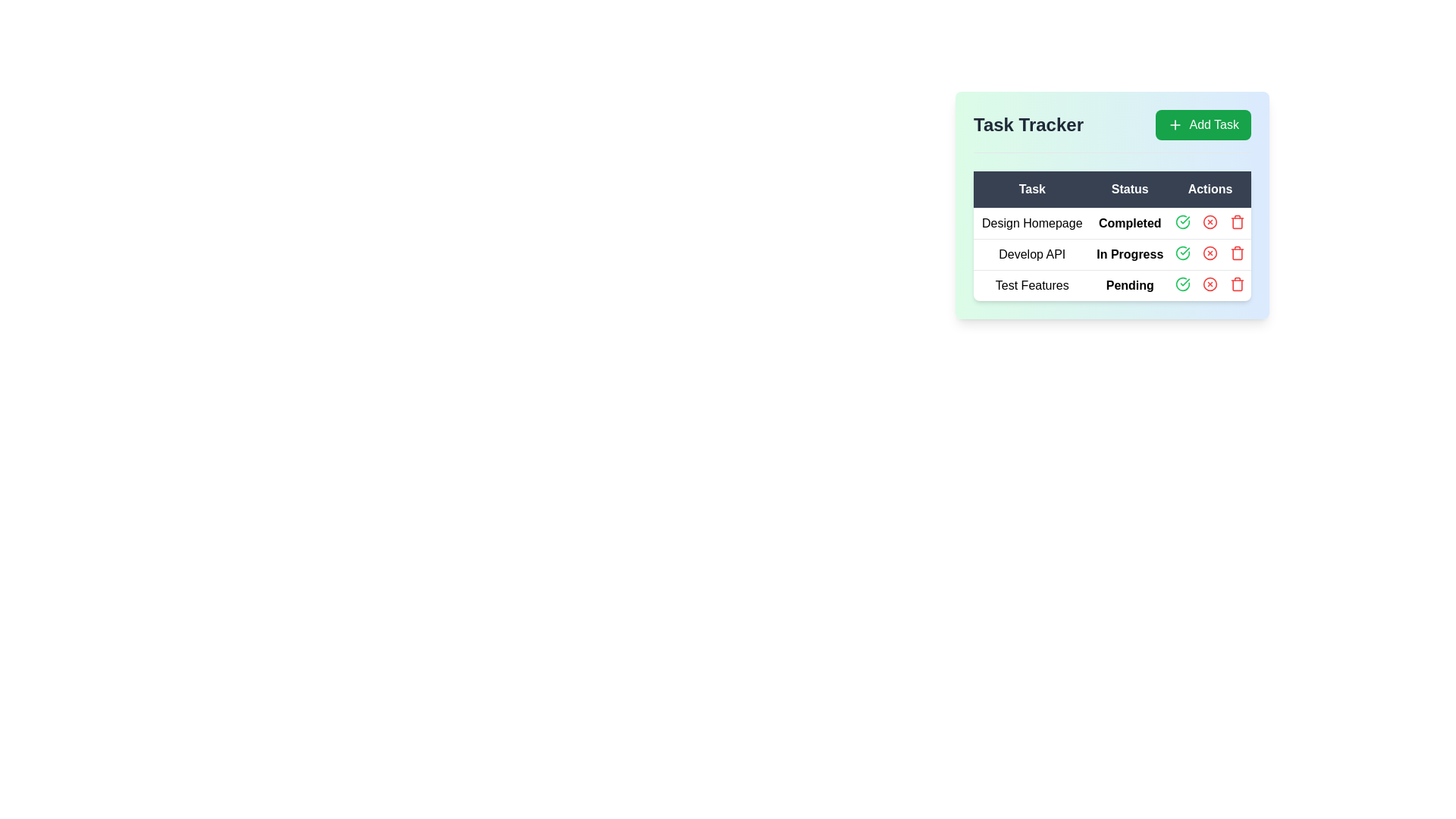  I want to click on the status label displaying 'In Progress' for the 'Develop API' task in the task tracker, so click(1130, 253).